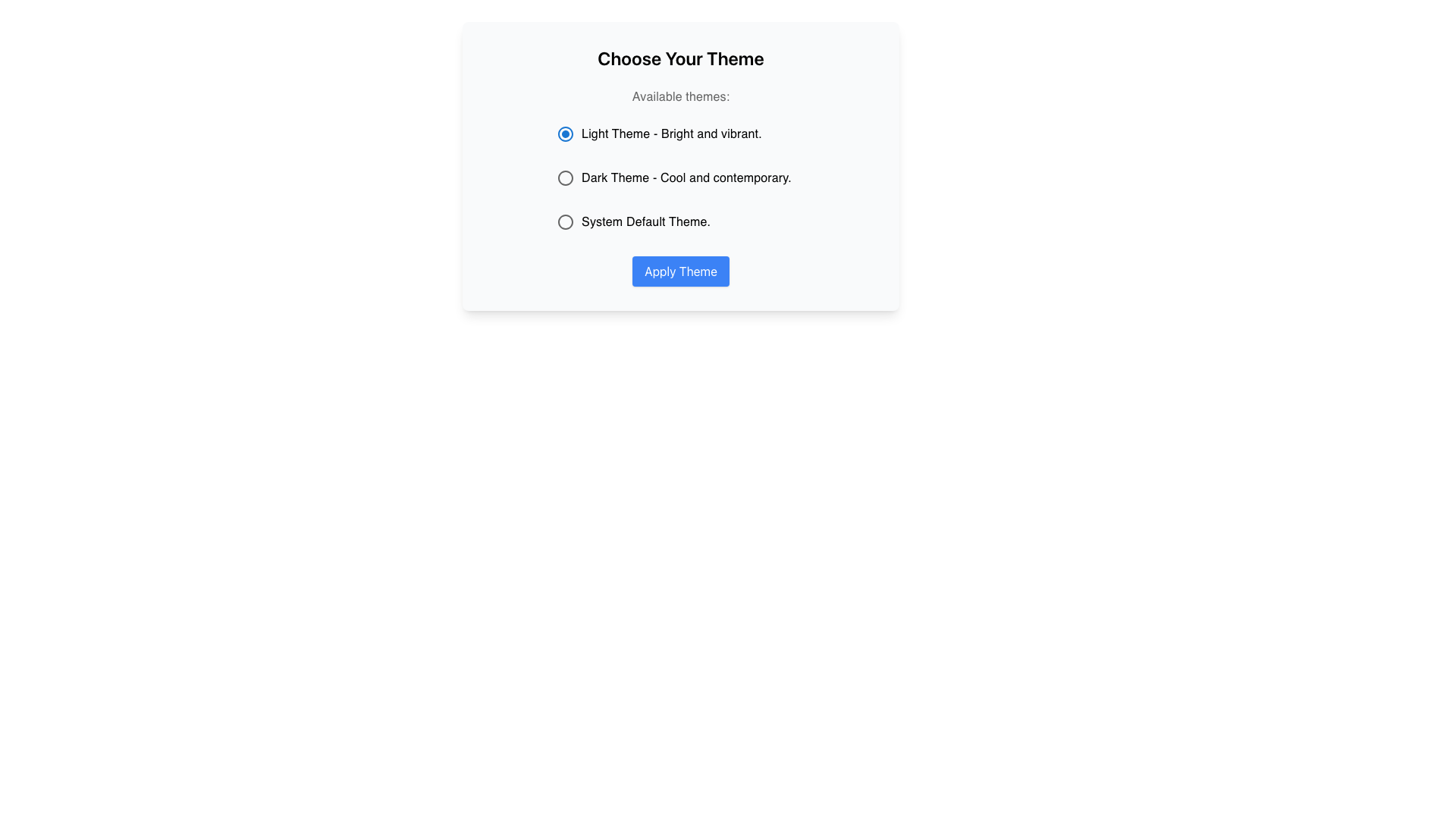 The image size is (1456, 819). Describe the element at coordinates (565, 222) in the screenshot. I see `the visual indicator of the unselected radio button corresponding to the 'System Default Theme' option, which is the third option in the list of theme options` at that location.